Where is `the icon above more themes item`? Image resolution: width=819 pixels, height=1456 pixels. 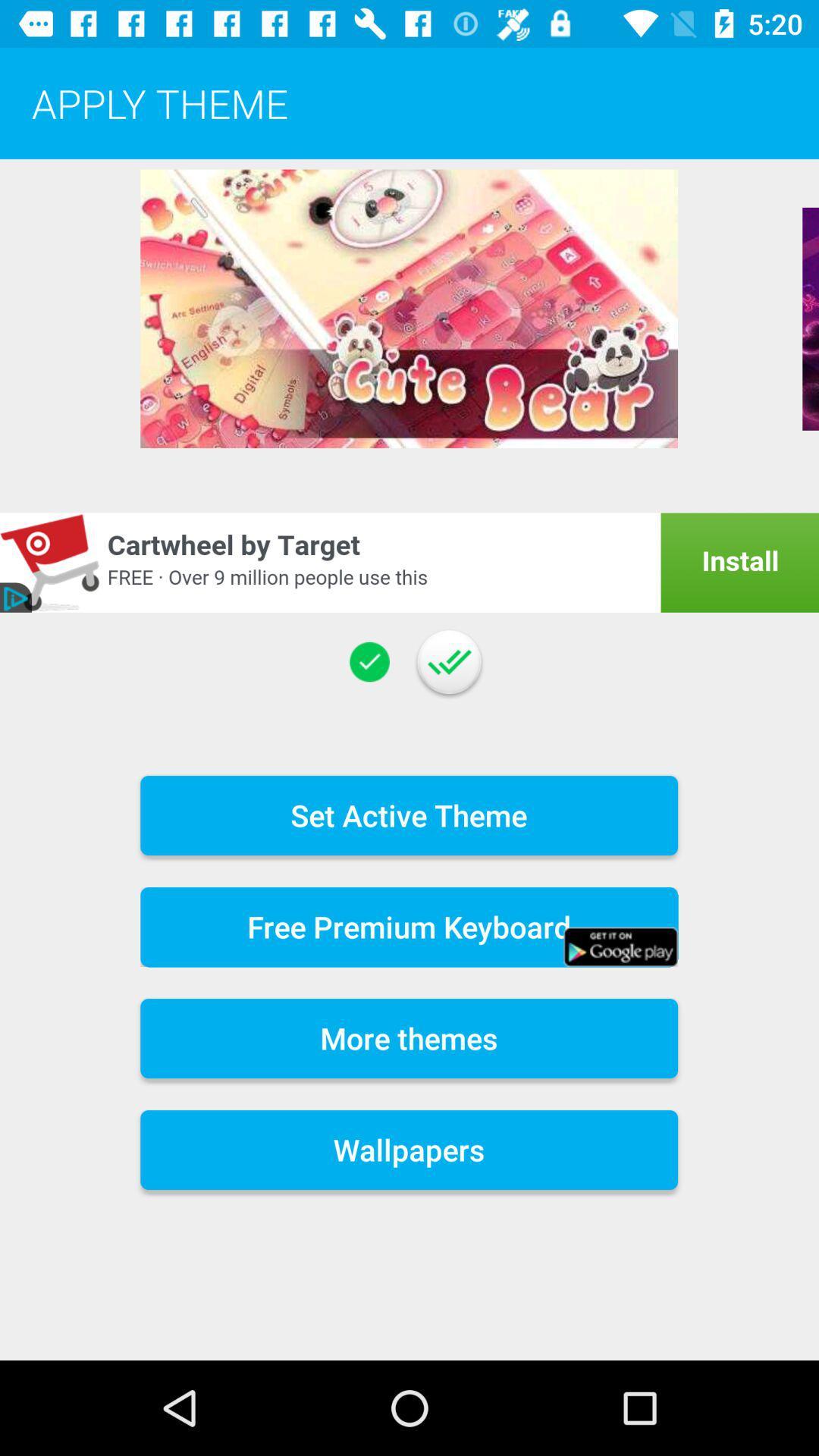
the icon above more themes item is located at coordinates (408, 926).